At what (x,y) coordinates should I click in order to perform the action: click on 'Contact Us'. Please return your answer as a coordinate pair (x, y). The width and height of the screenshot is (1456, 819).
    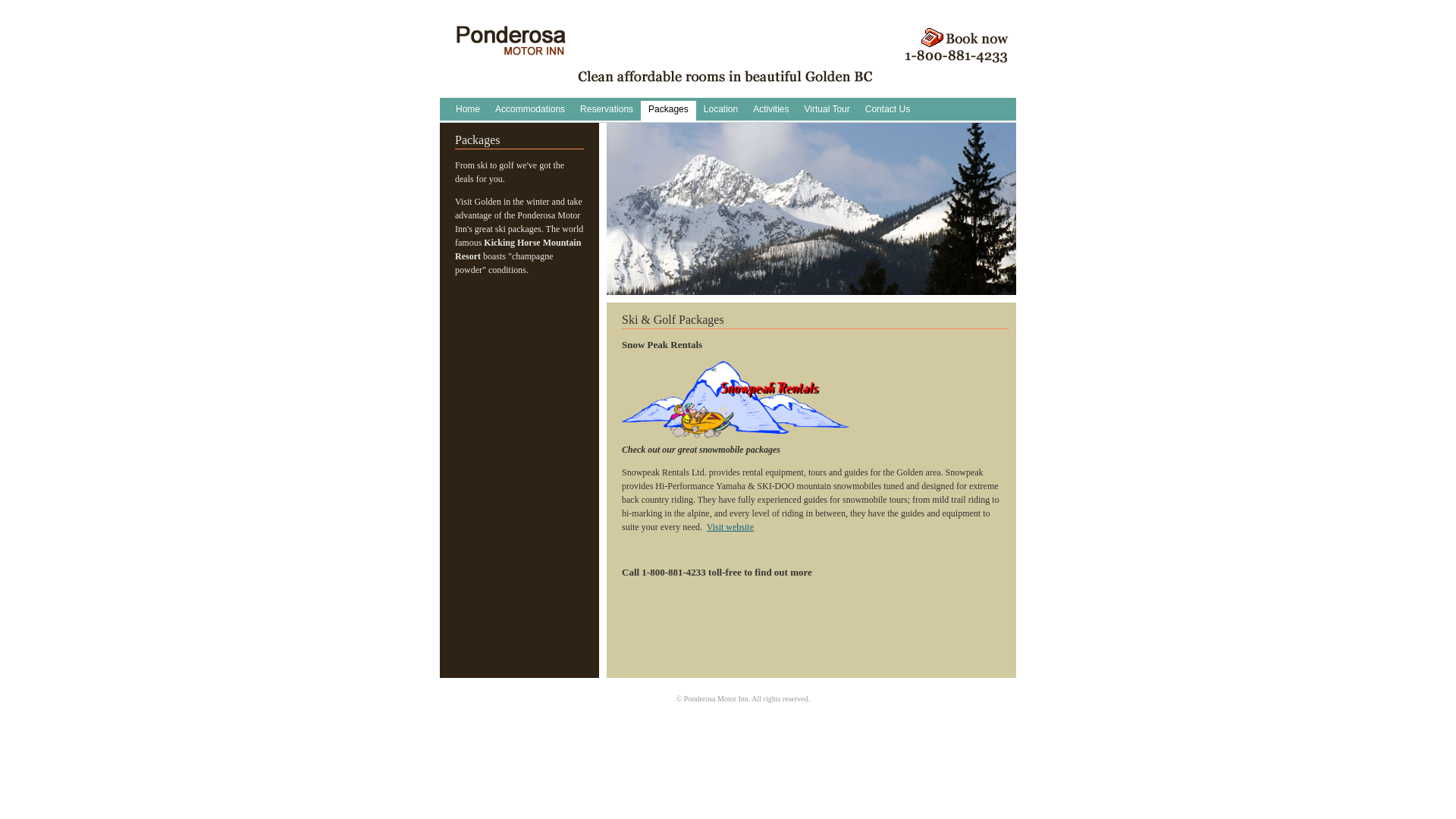
    Looking at the image, I should click on (887, 110).